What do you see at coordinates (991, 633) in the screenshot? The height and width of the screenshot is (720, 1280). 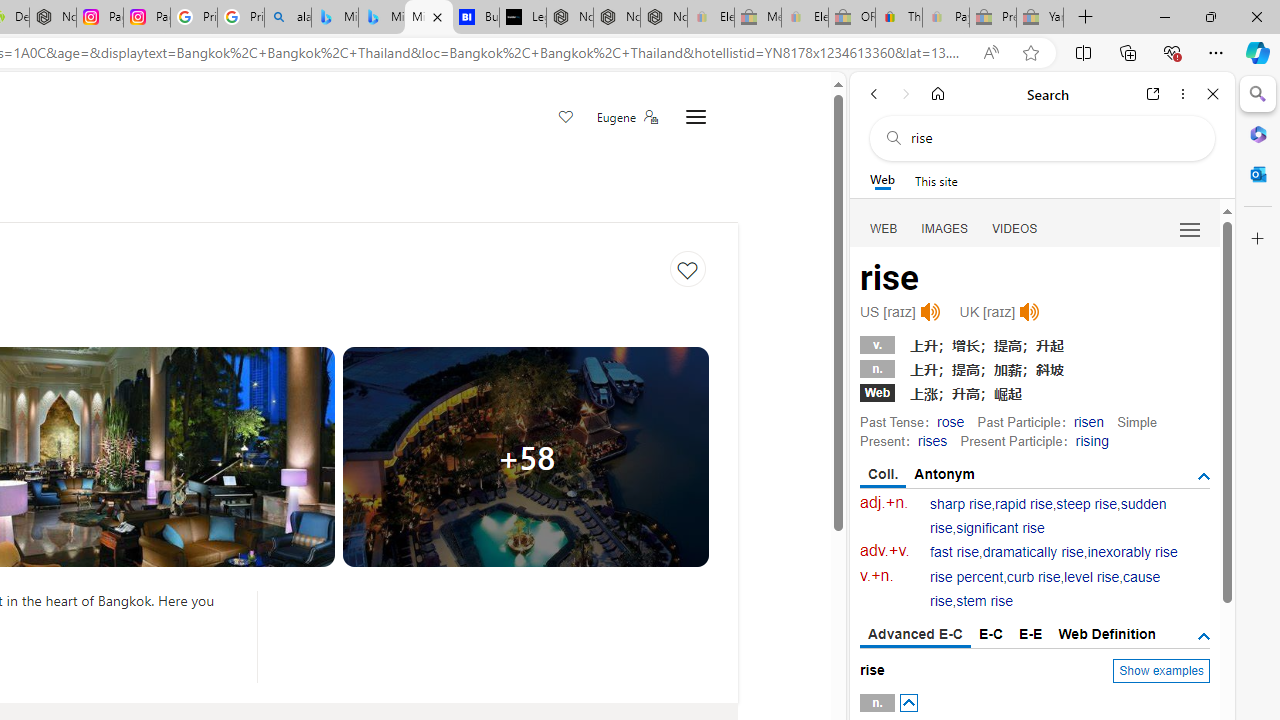 I see `'E-C'` at bounding box center [991, 633].